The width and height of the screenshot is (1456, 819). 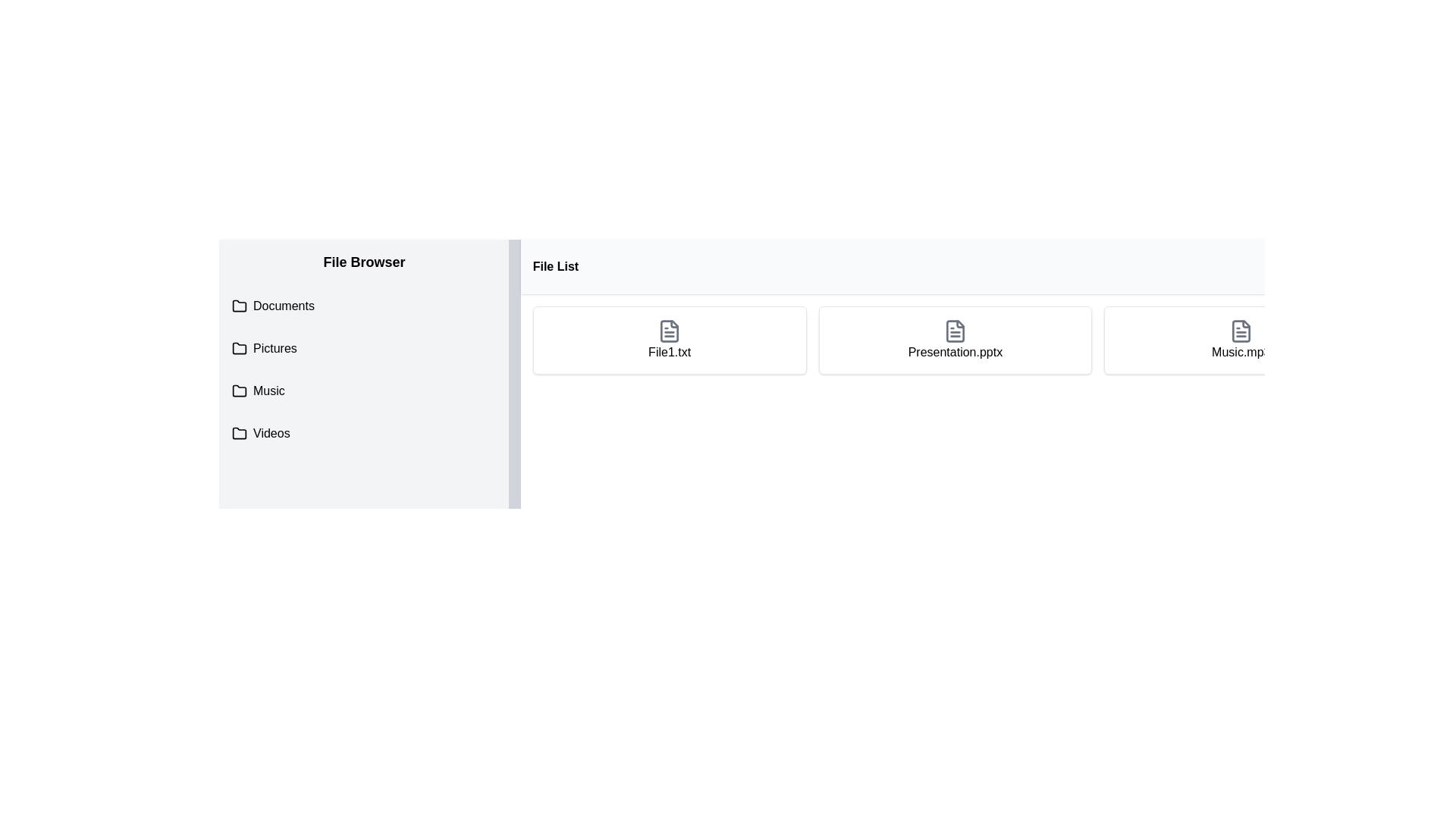 What do you see at coordinates (1241, 330) in the screenshot?
I see `SVG icon representing the 'Music.mp3' file located in the rightmost part of the file list section using developer tools` at bounding box center [1241, 330].